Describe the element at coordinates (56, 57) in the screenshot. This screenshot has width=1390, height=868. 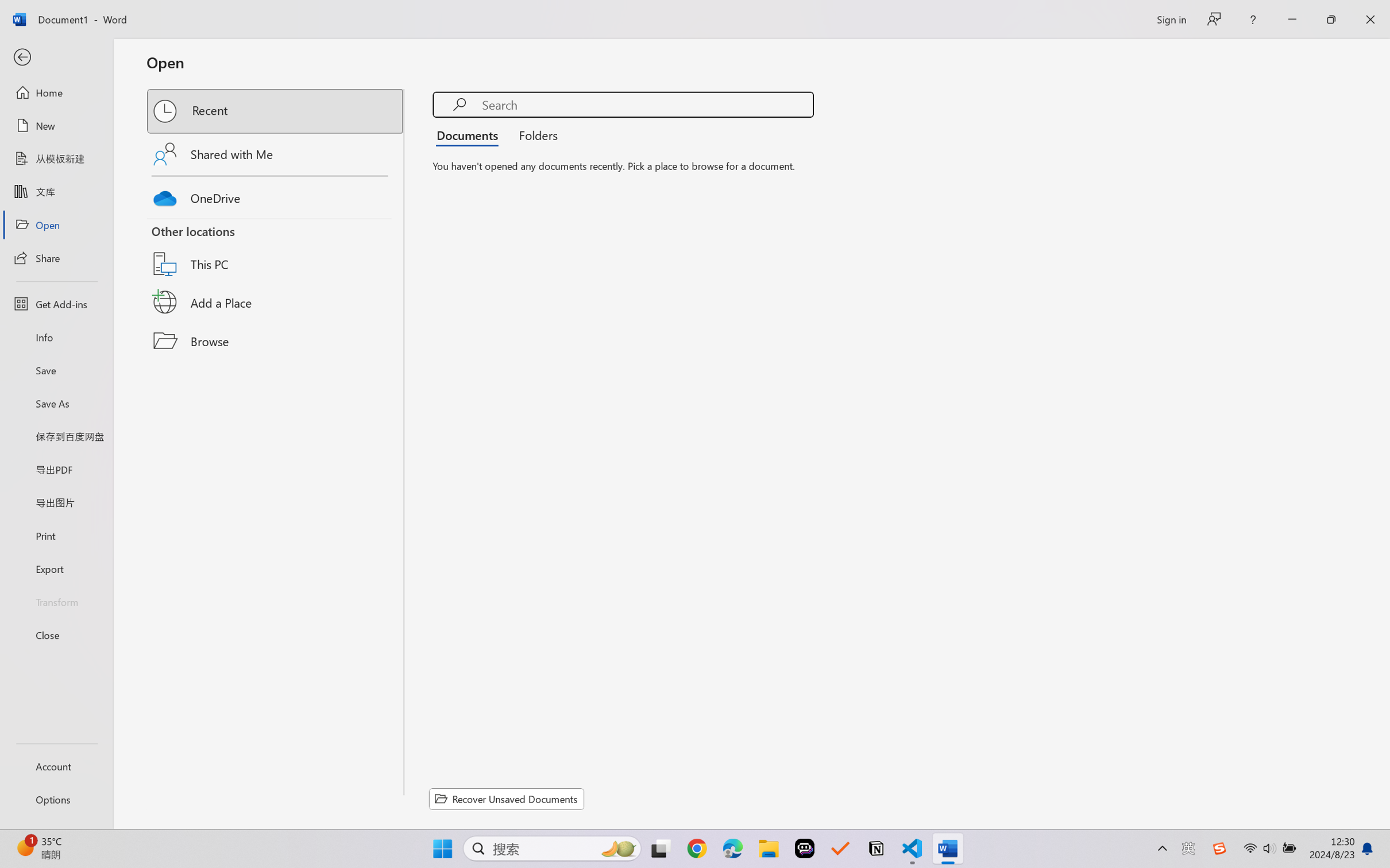
I see `'Back'` at that location.